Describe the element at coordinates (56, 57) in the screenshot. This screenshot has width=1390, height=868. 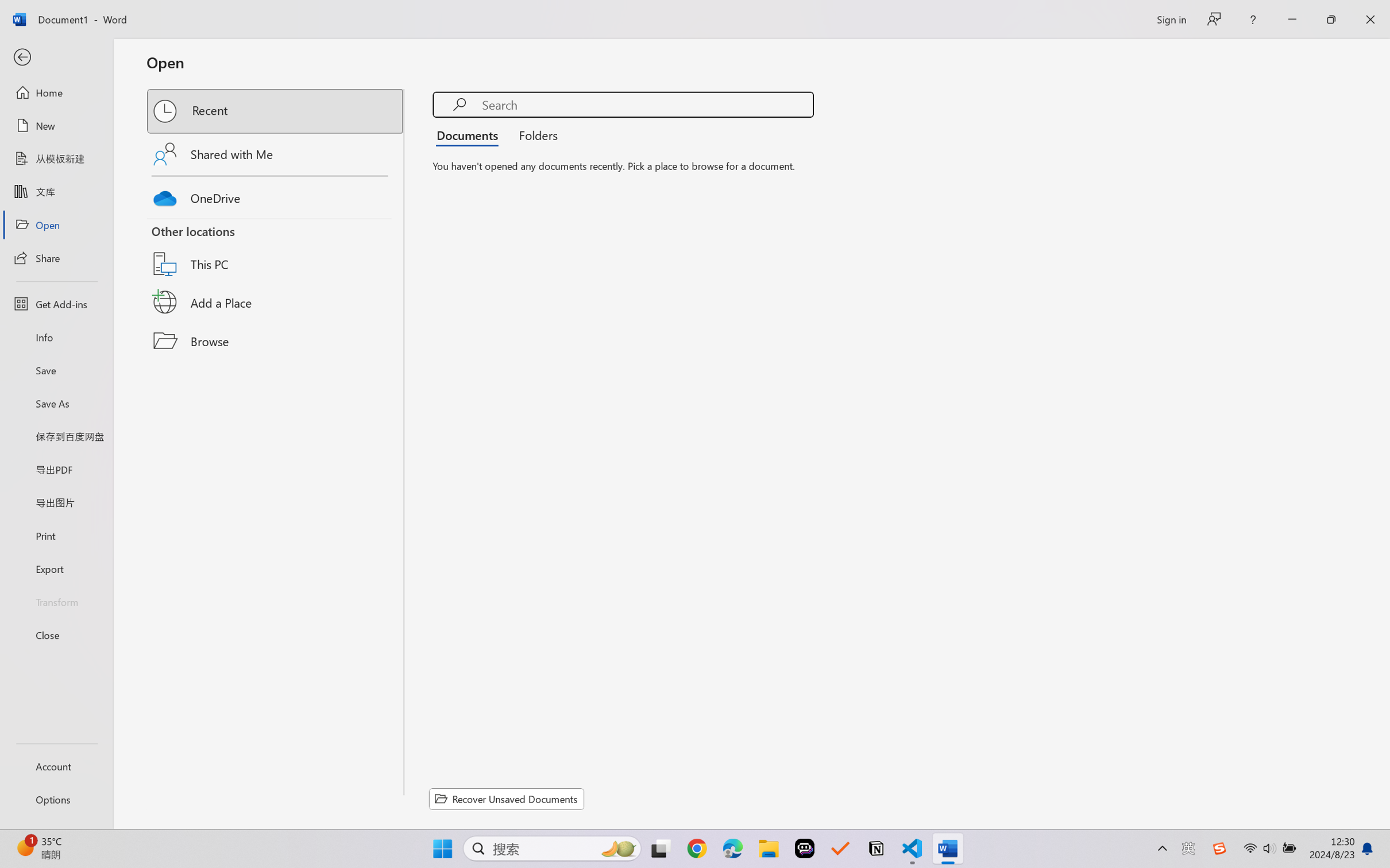
I see `'Back'` at that location.